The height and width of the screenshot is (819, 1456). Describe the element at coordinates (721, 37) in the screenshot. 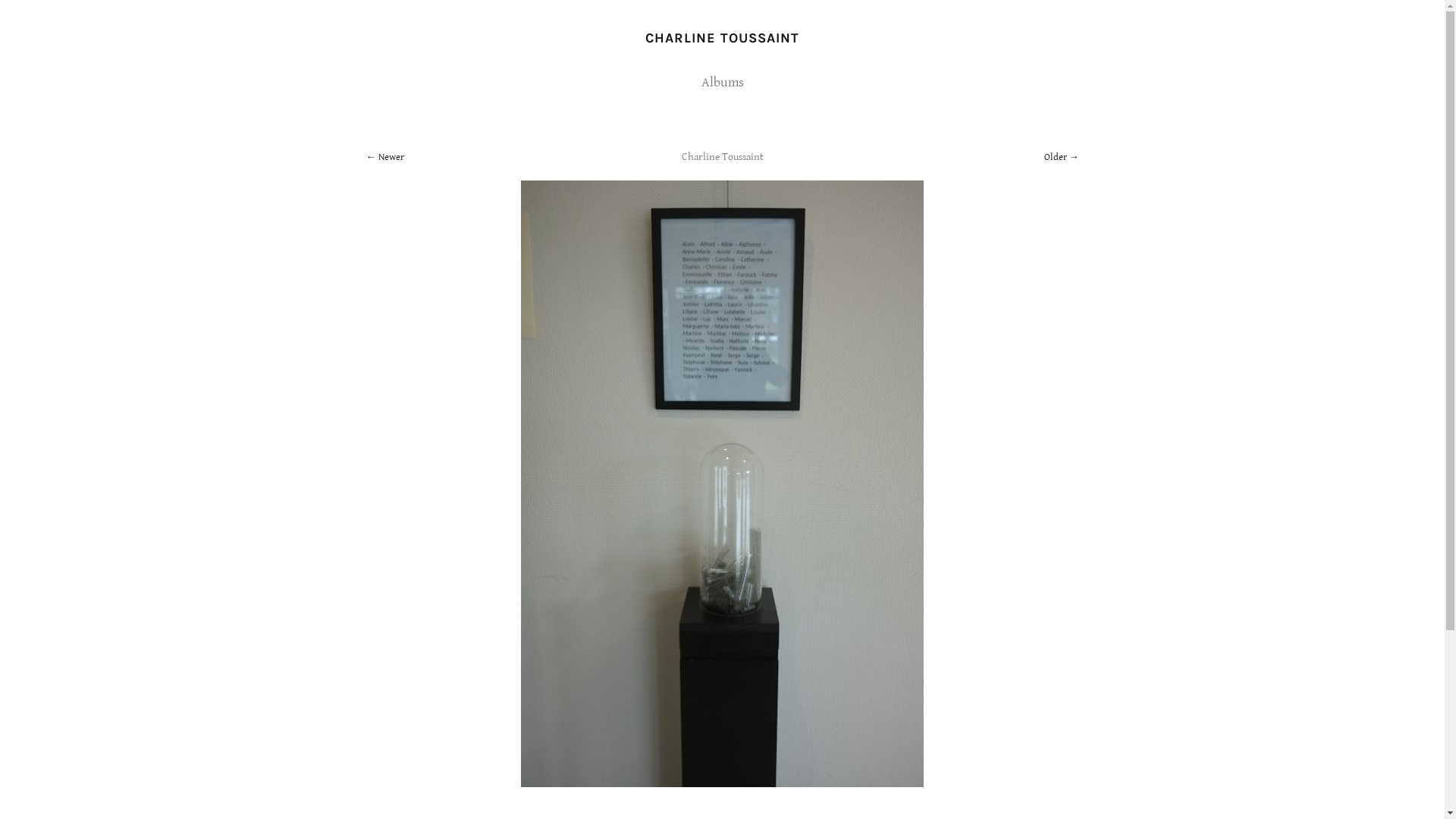

I see `'CHARLINE TOUSSAINT'` at that location.